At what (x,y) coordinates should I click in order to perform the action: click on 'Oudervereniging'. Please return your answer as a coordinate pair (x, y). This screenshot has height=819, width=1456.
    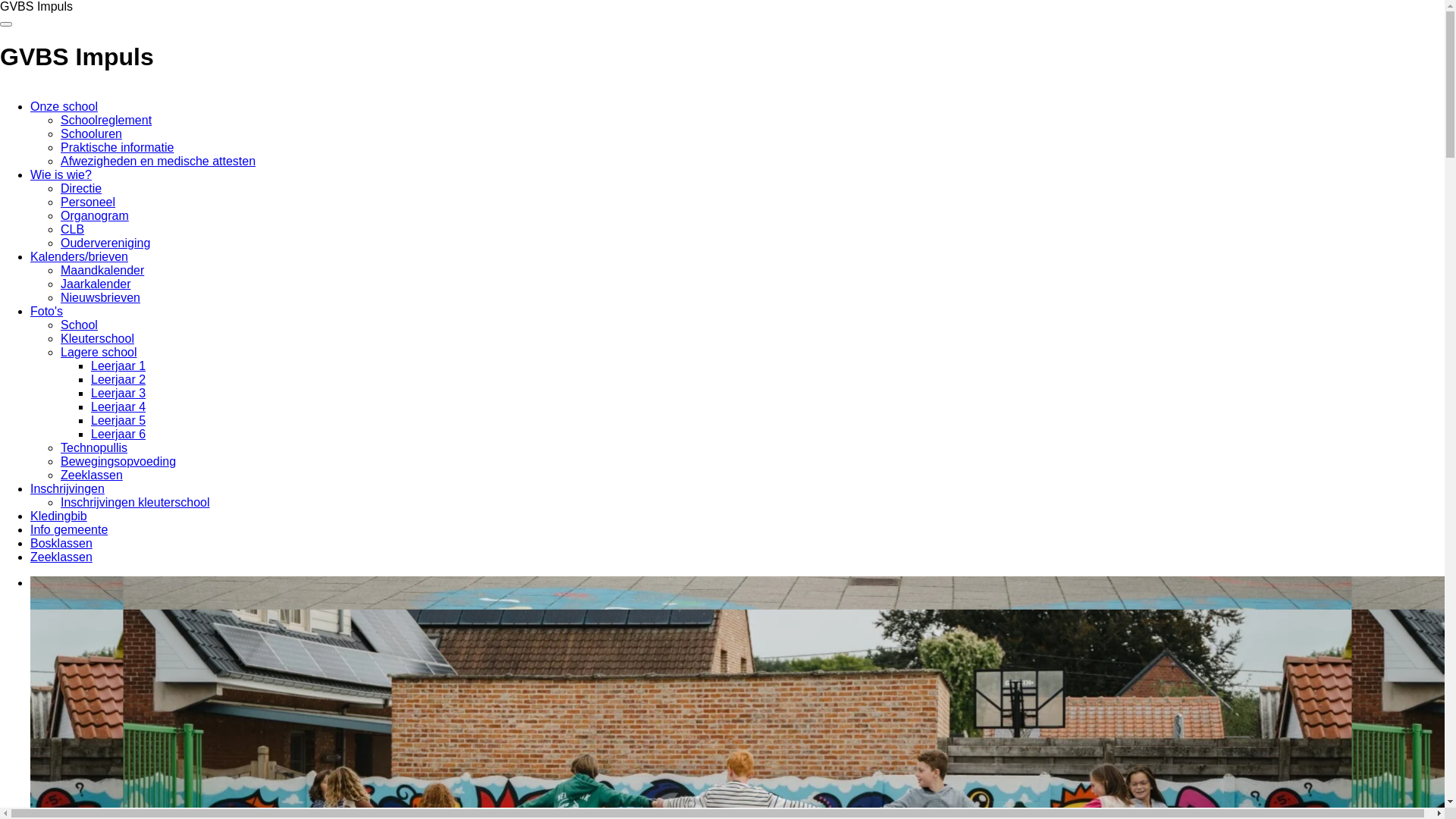
    Looking at the image, I should click on (105, 242).